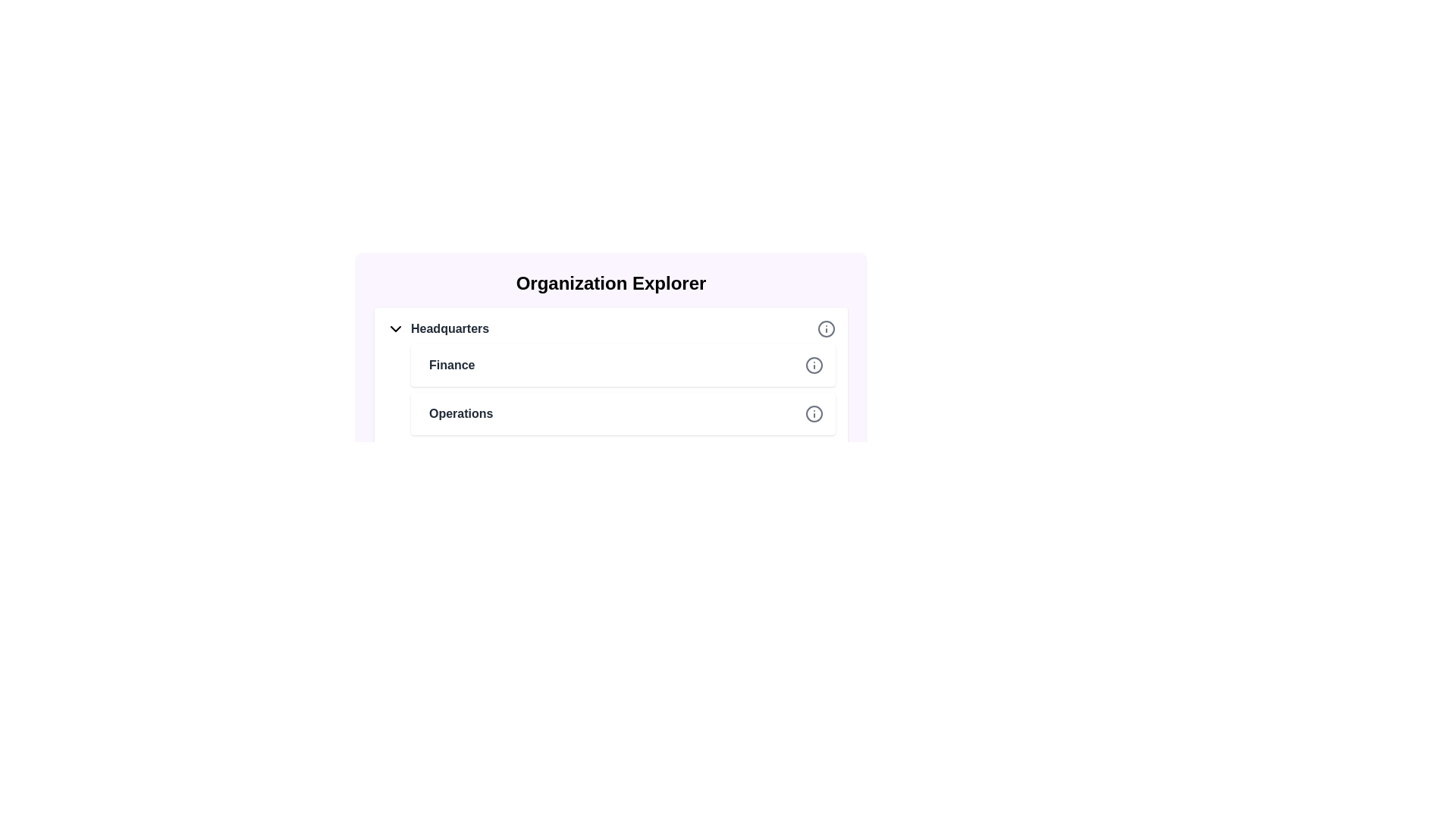 The width and height of the screenshot is (1456, 819). I want to click on the information icon, which is a gray circular outline with a vertical line and a dot above it, positioned to the right of the text 'Headquarters', so click(825, 328).